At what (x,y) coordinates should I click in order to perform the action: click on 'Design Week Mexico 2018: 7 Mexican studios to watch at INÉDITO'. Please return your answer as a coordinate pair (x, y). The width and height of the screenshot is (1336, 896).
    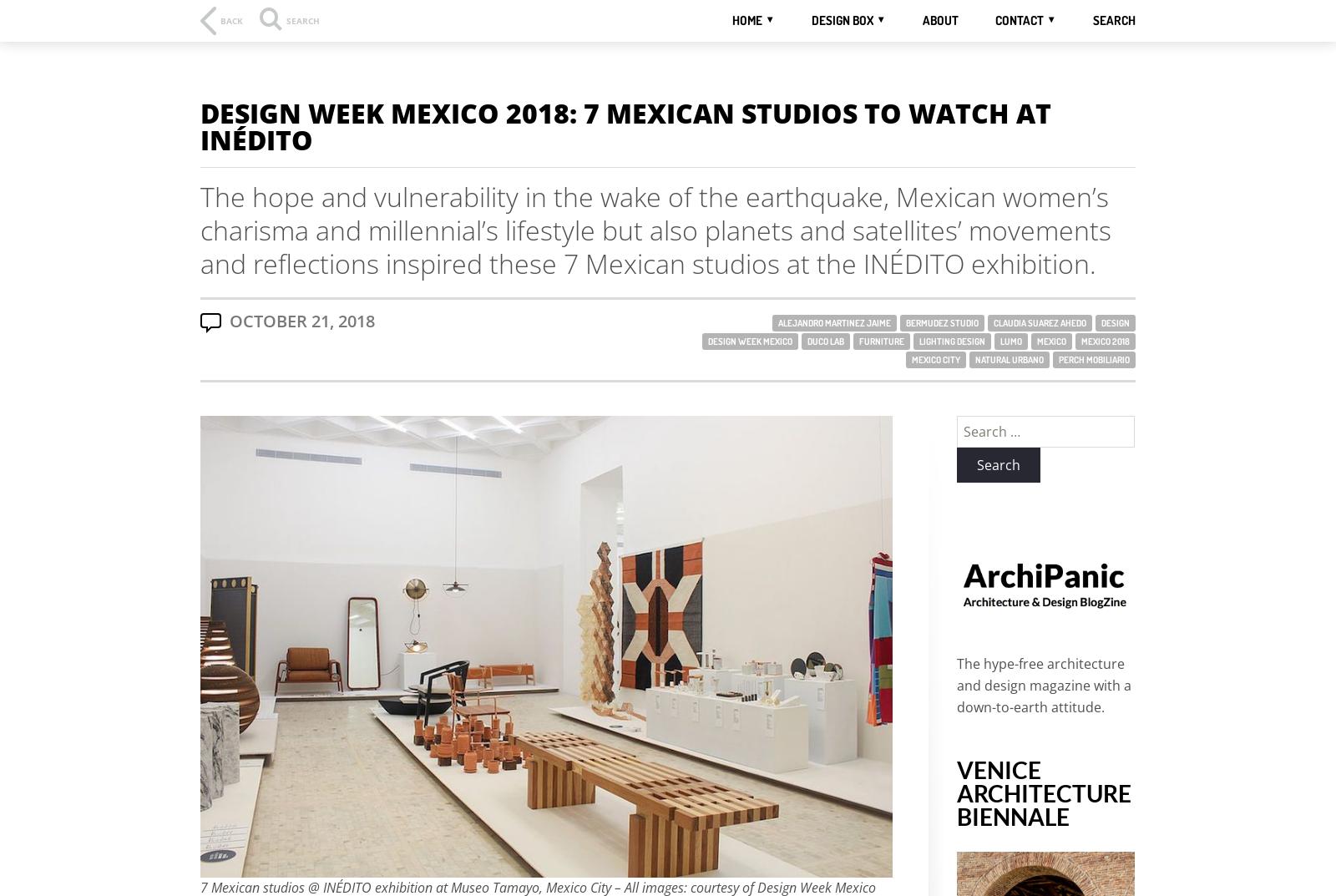
    Looking at the image, I should click on (200, 125).